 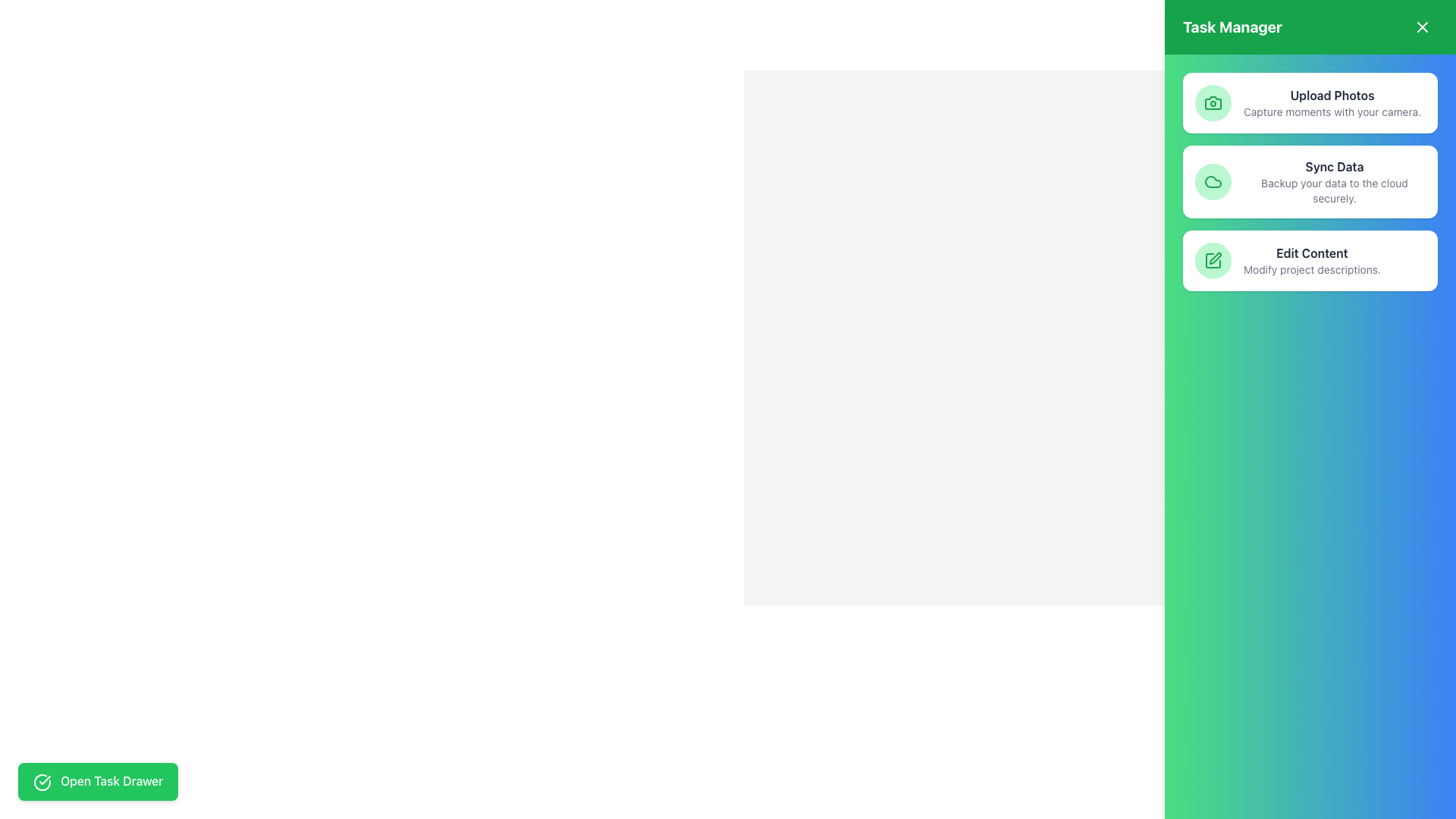 What do you see at coordinates (1311, 259) in the screenshot?
I see `text from the Informational Text Block that contains 'Edit Content' and 'Modify project descriptions.' located in the right-hand panel below the 'Sync Data' card` at bounding box center [1311, 259].